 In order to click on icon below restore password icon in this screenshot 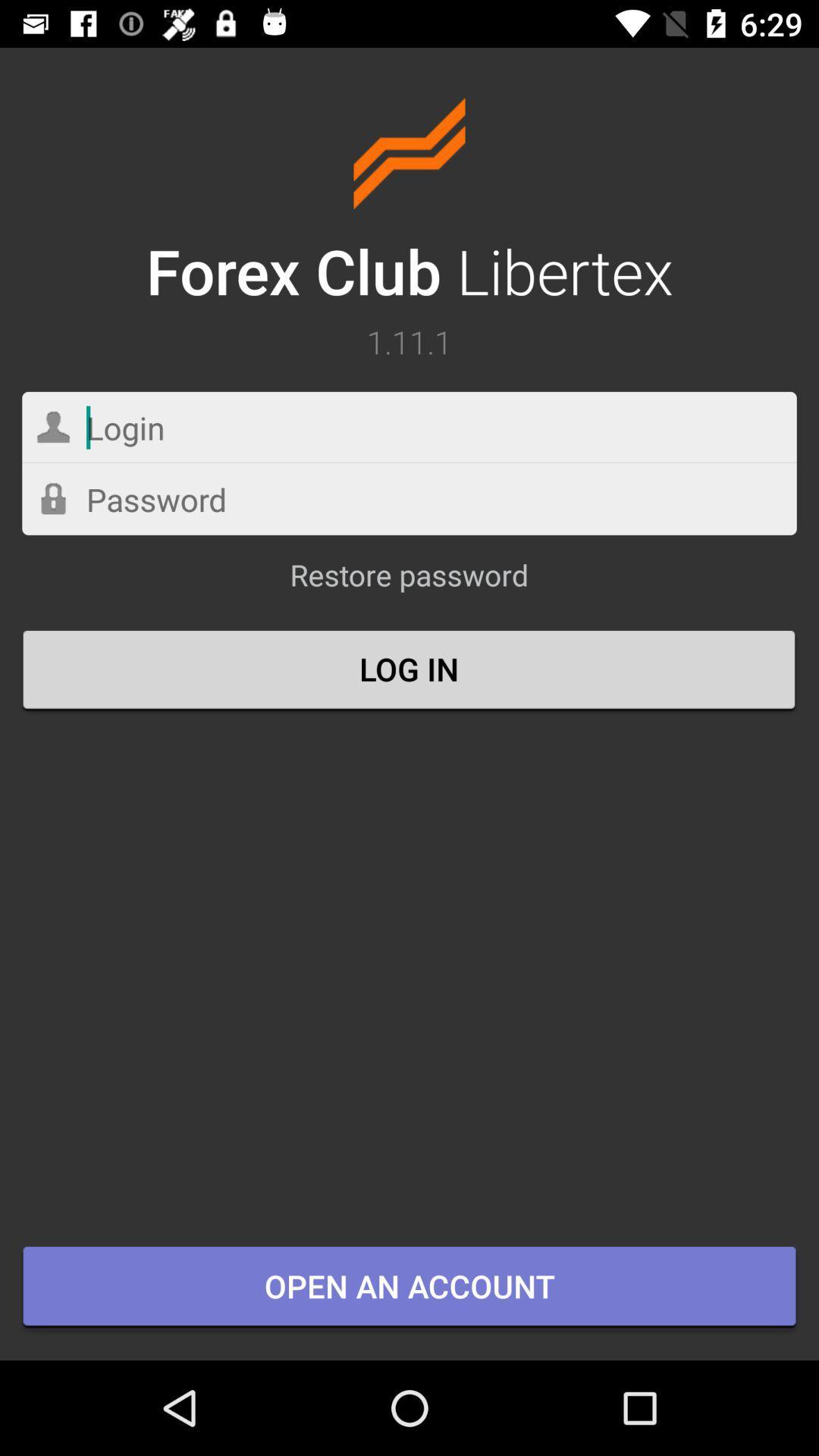, I will do `click(409, 670)`.